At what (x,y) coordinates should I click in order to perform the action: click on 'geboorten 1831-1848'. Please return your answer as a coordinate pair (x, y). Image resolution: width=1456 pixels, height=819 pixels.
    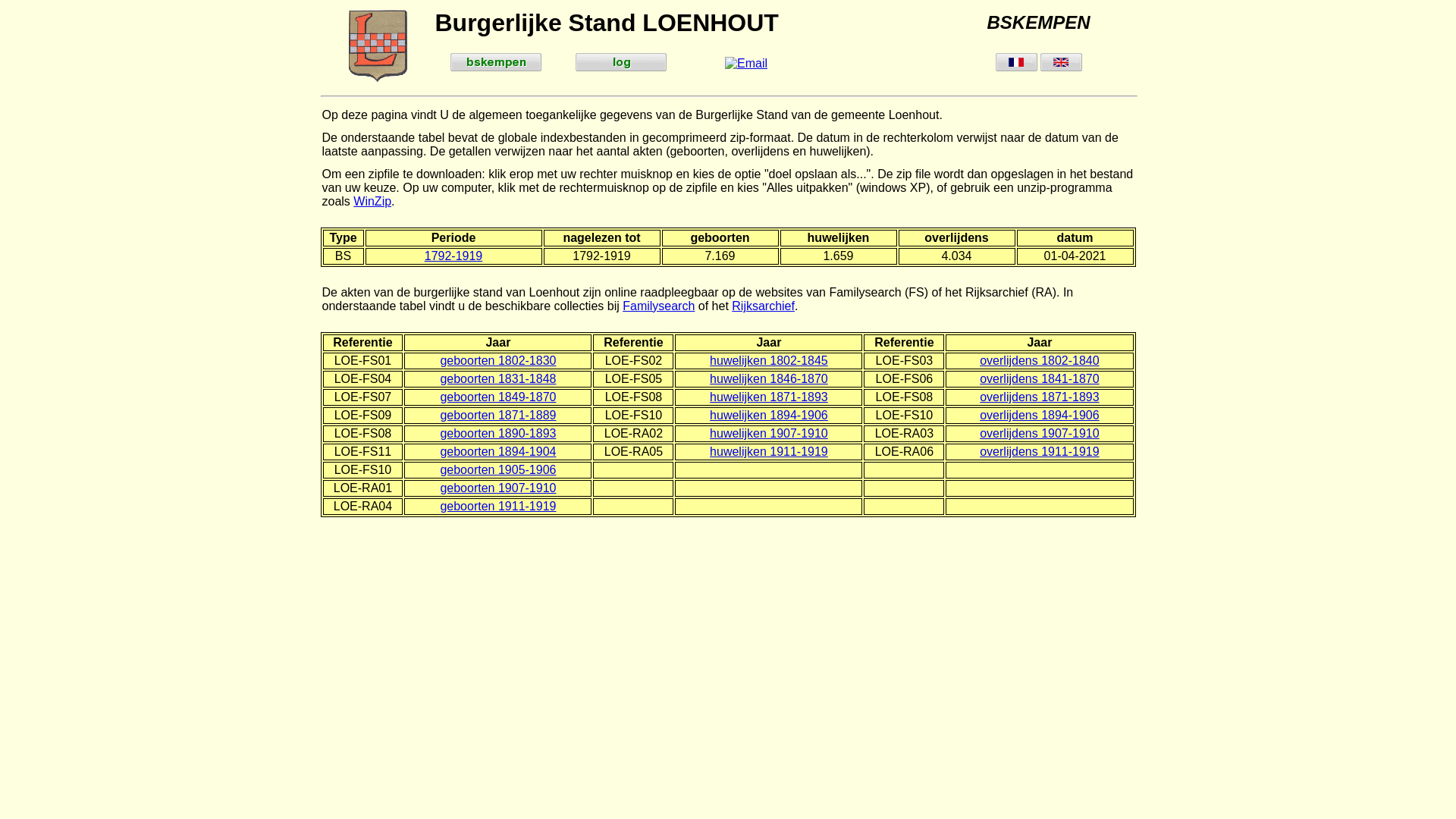
    Looking at the image, I should click on (439, 378).